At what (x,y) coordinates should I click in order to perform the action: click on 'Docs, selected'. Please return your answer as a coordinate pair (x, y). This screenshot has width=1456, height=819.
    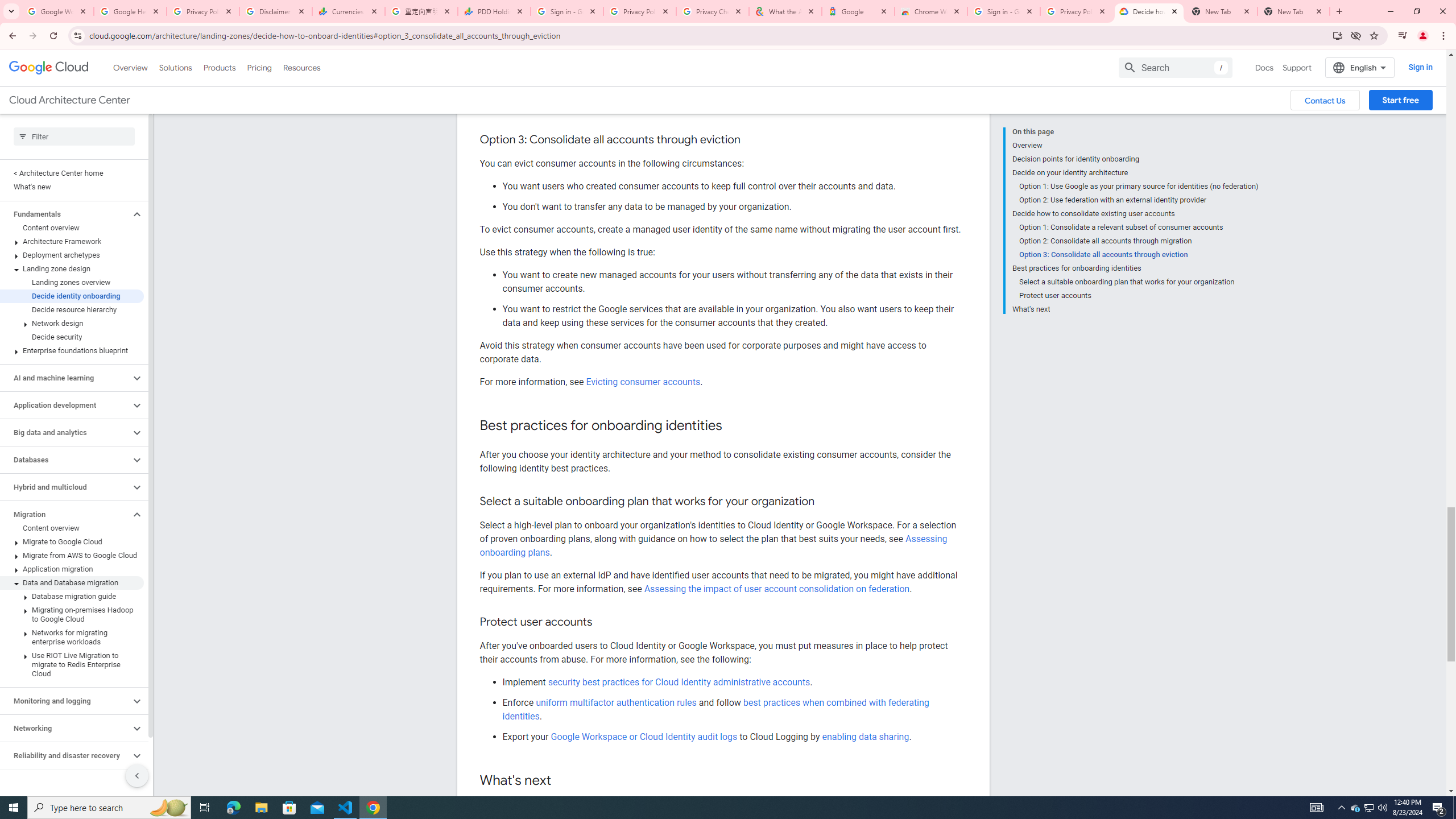
    Looking at the image, I should click on (1264, 67).